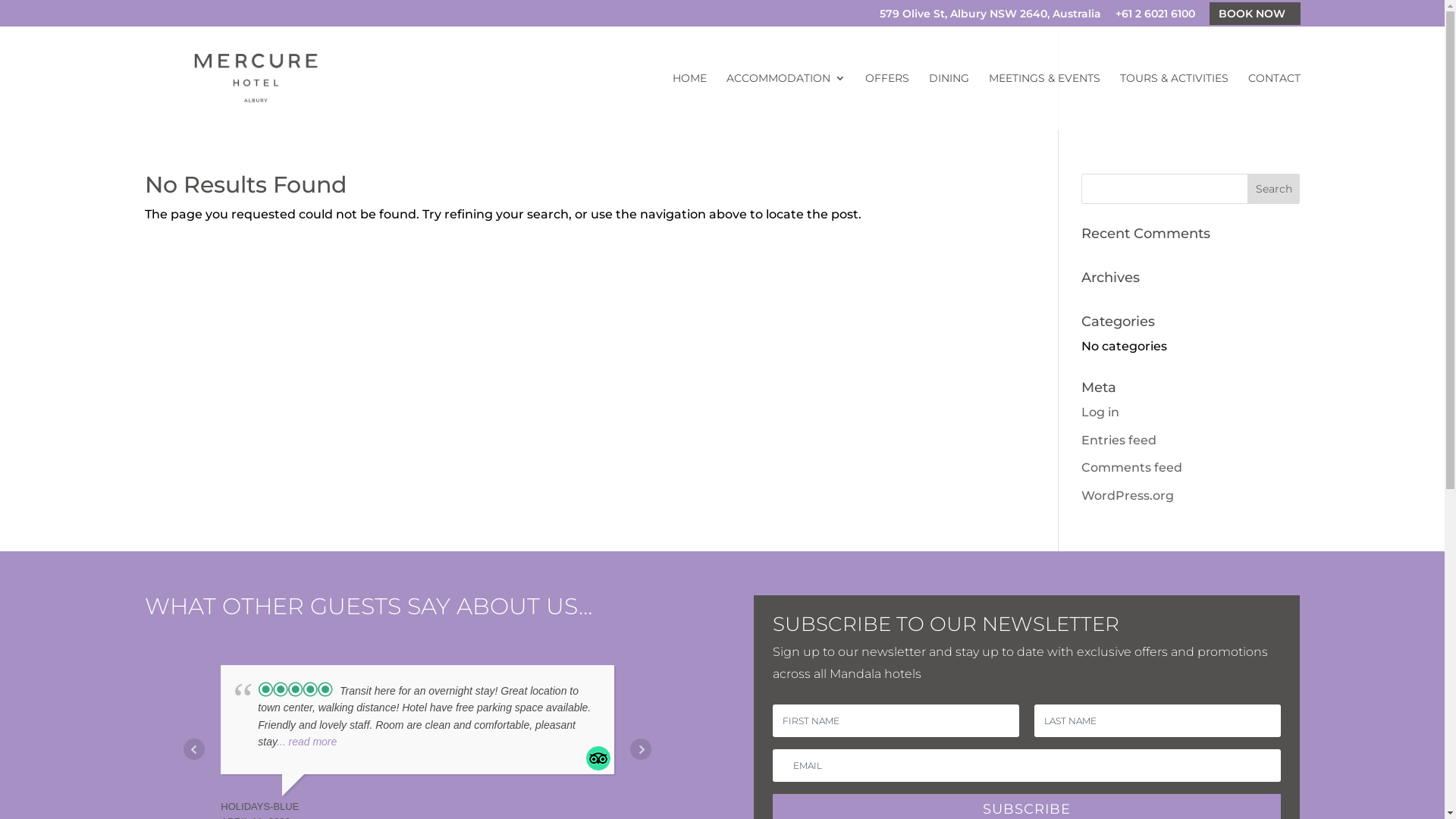  I want to click on 'BOOK NOW', so click(1254, 12).